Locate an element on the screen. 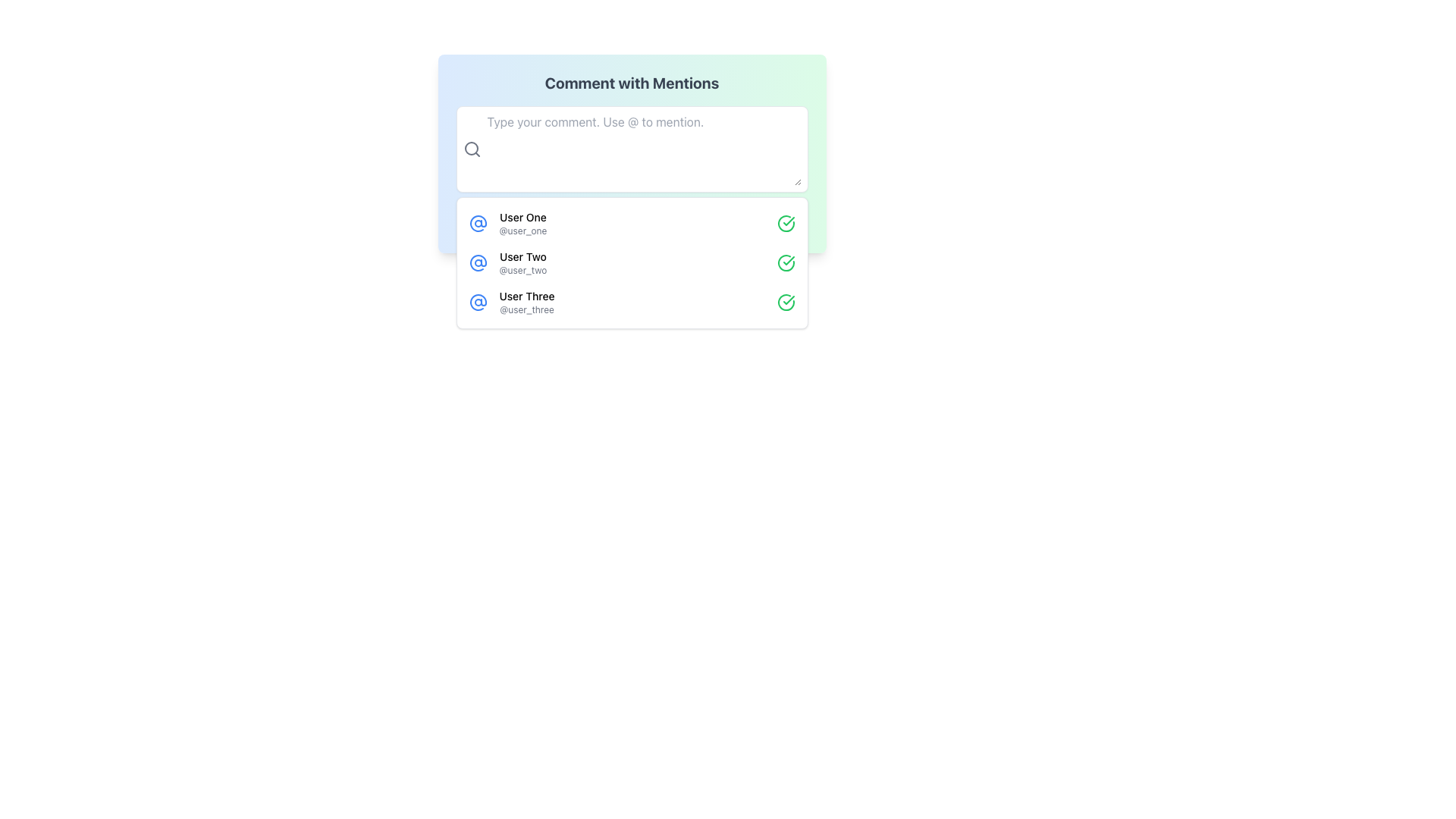 The height and width of the screenshot is (819, 1456). the visual indication of the Checkmark icon located at the far-right end of the third user entry adjacent to 'User Three' is located at coordinates (789, 221).